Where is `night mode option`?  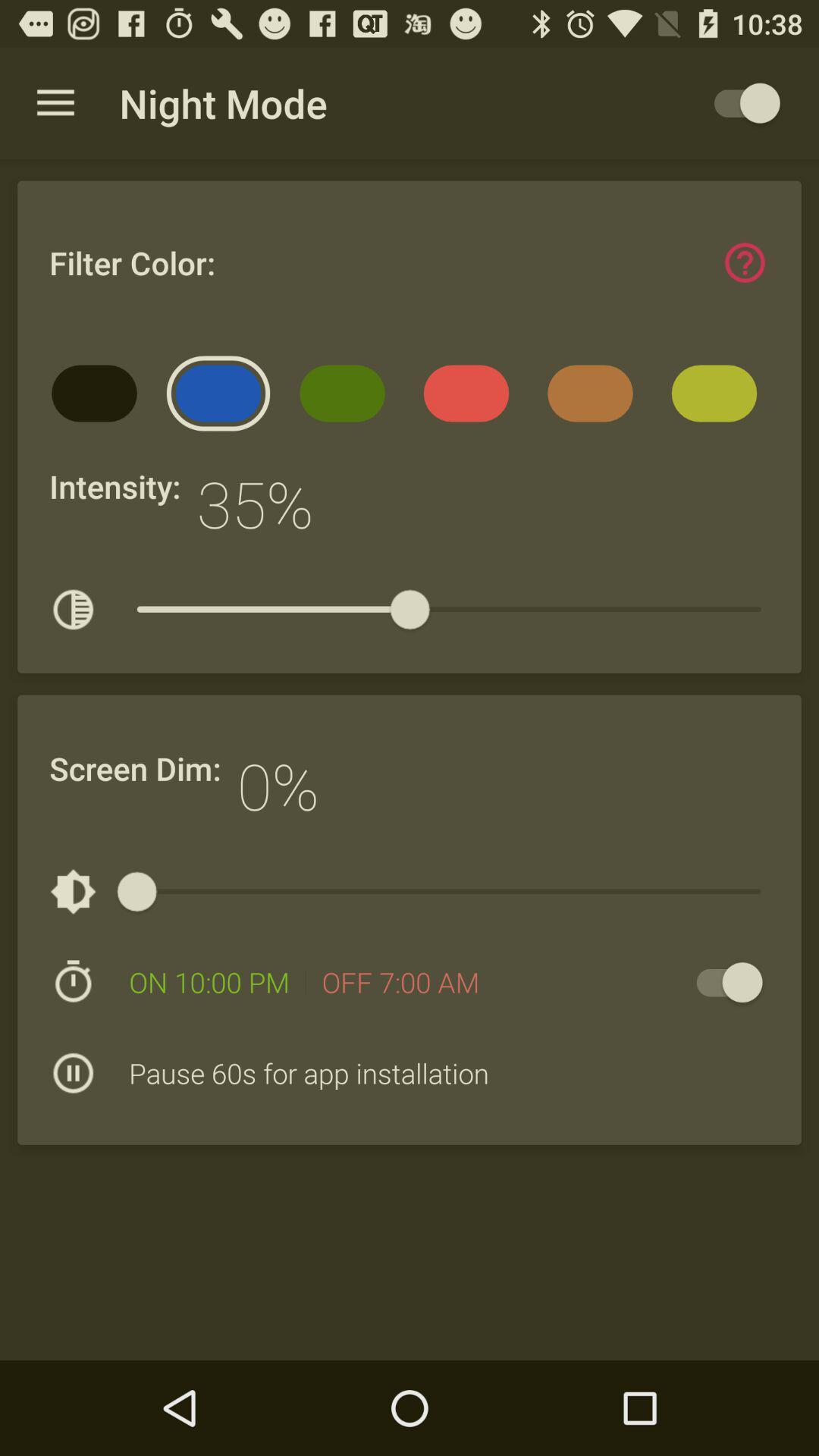 night mode option is located at coordinates (739, 102).